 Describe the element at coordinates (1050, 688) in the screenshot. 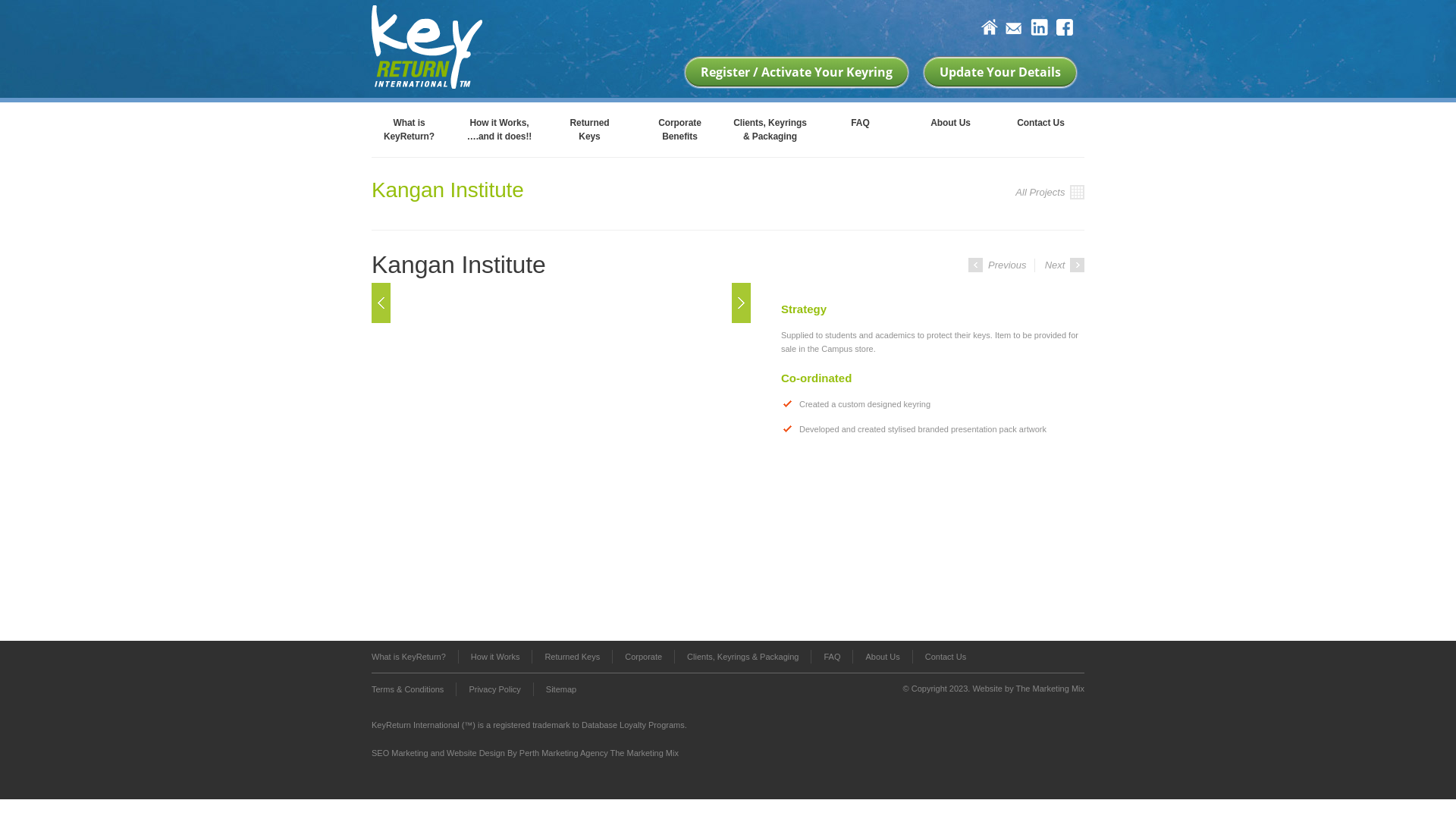

I see `'The Marketing Mix'` at that location.